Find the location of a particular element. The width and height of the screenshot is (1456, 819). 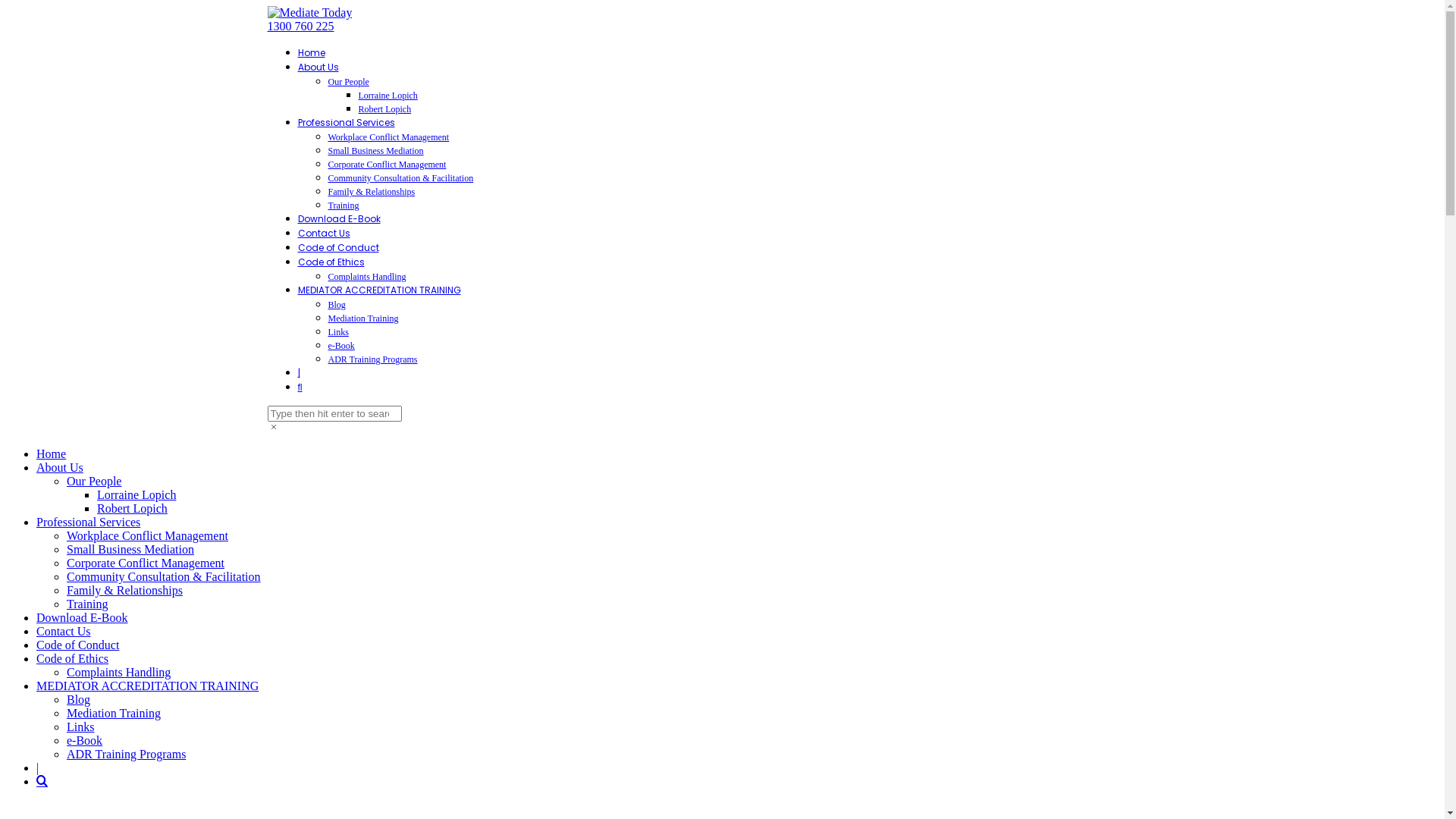

'|' is located at coordinates (37, 767).